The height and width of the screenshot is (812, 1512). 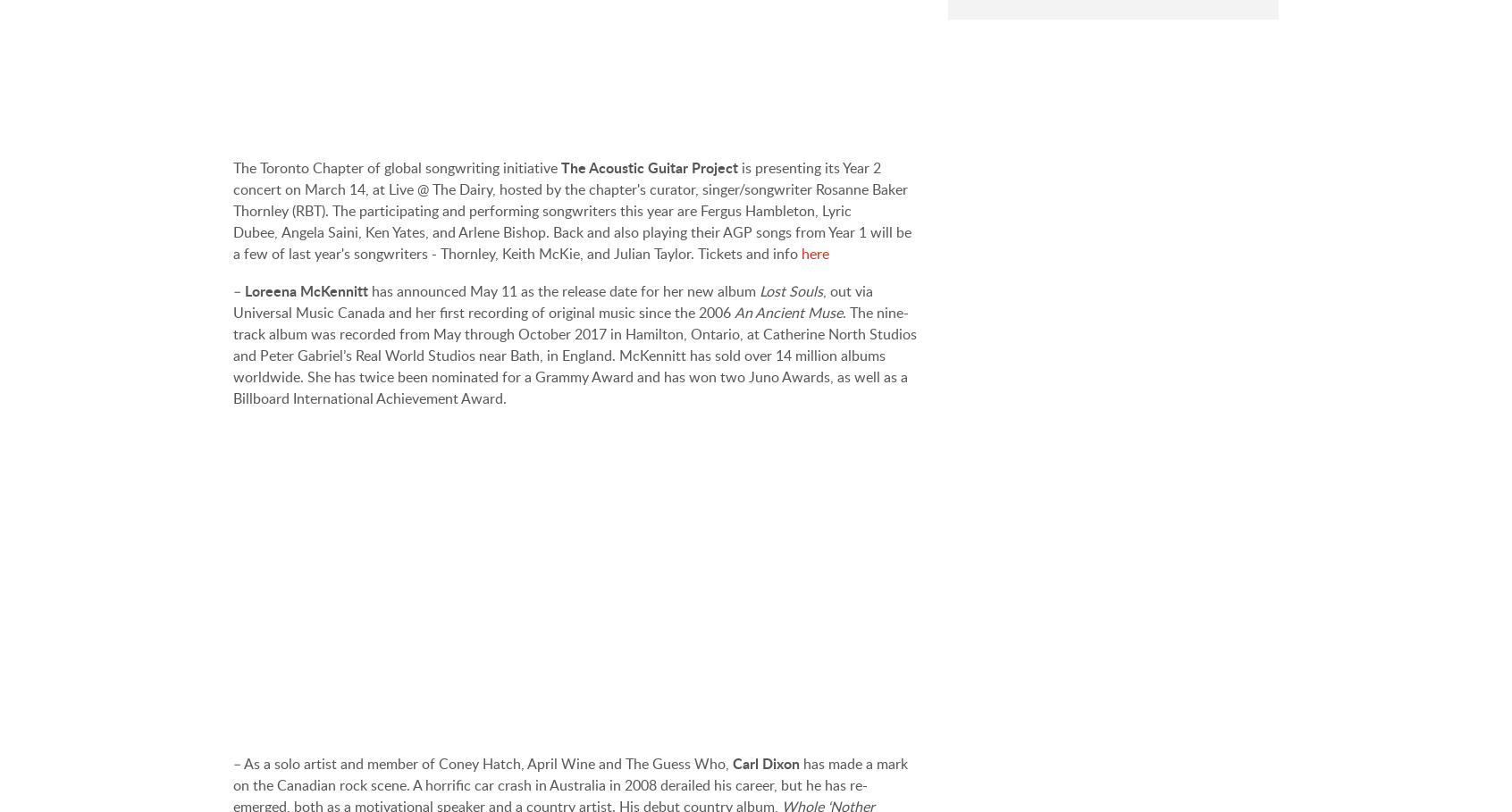 I want to click on 'Loreena McKennitt', so click(x=244, y=290).